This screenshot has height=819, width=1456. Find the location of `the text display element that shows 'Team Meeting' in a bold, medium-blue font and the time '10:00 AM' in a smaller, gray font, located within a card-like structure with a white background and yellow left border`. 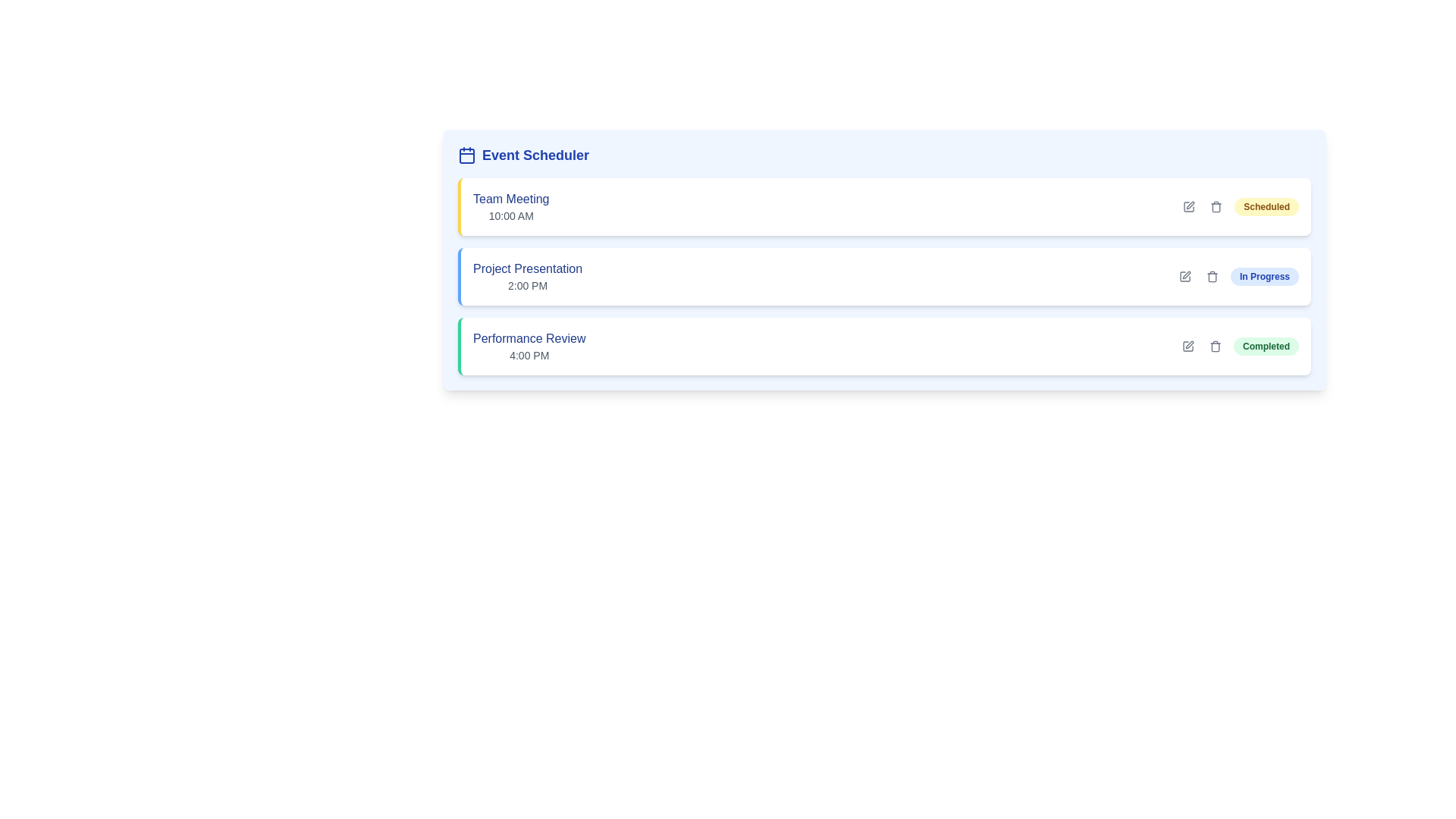

the text display element that shows 'Team Meeting' in a bold, medium-blue font and the time '10:00 AM' in a smaller, gray font, located within a card-like structure with a white background and yellow left border is located at coordinates (511, 207).